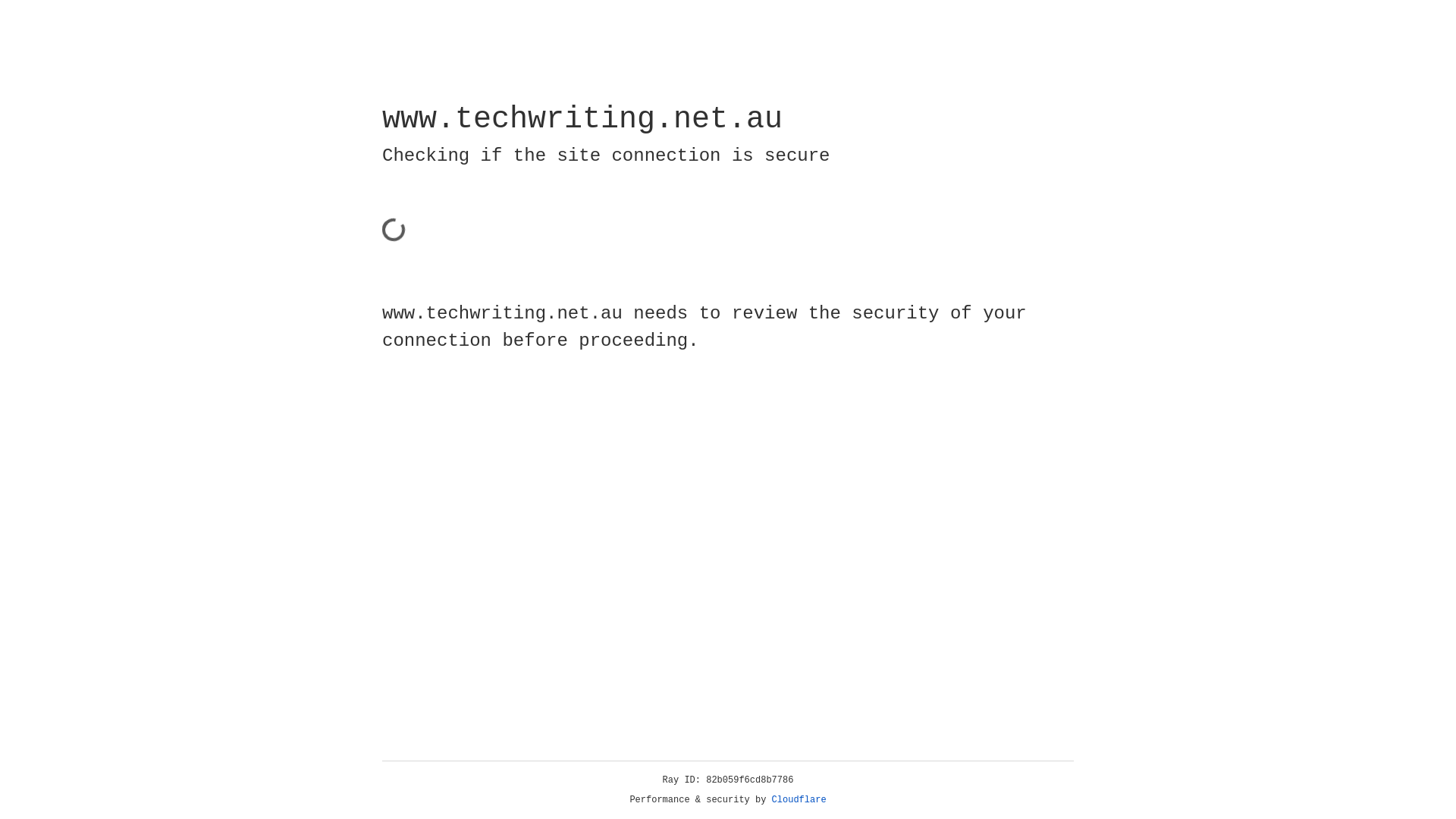 This screenshot has height=819, width=1456. What do you see at coordinates (799, 799) in the screenshot?
I see `'Cloudflare'` at bounding box center [799, 799].